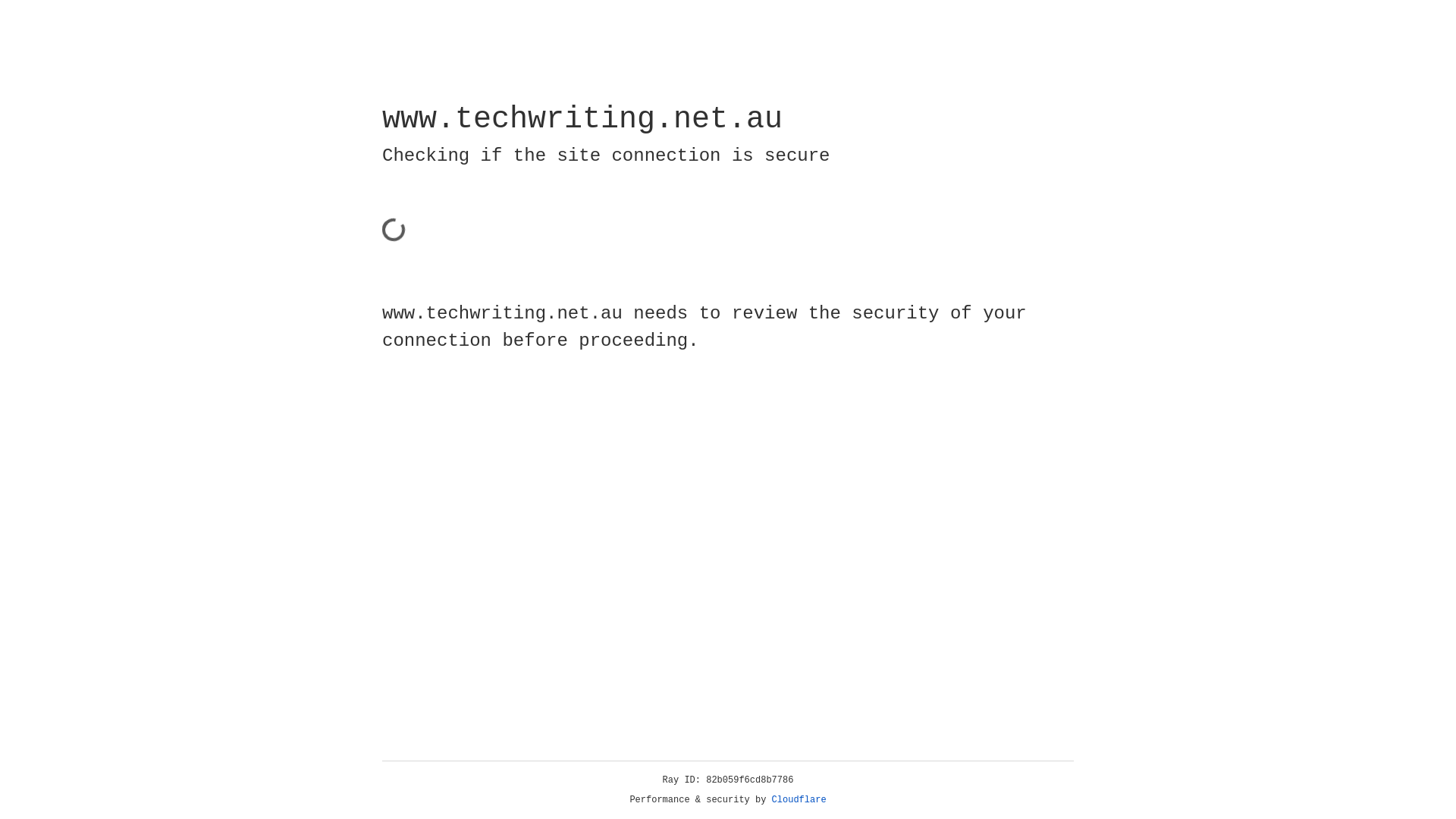 This screenshot has height=819, width=1456. What do you see at coordinates (799, 799) in the screenshot?
I see `'Cloudflare'` at bounding box center [799, 799].